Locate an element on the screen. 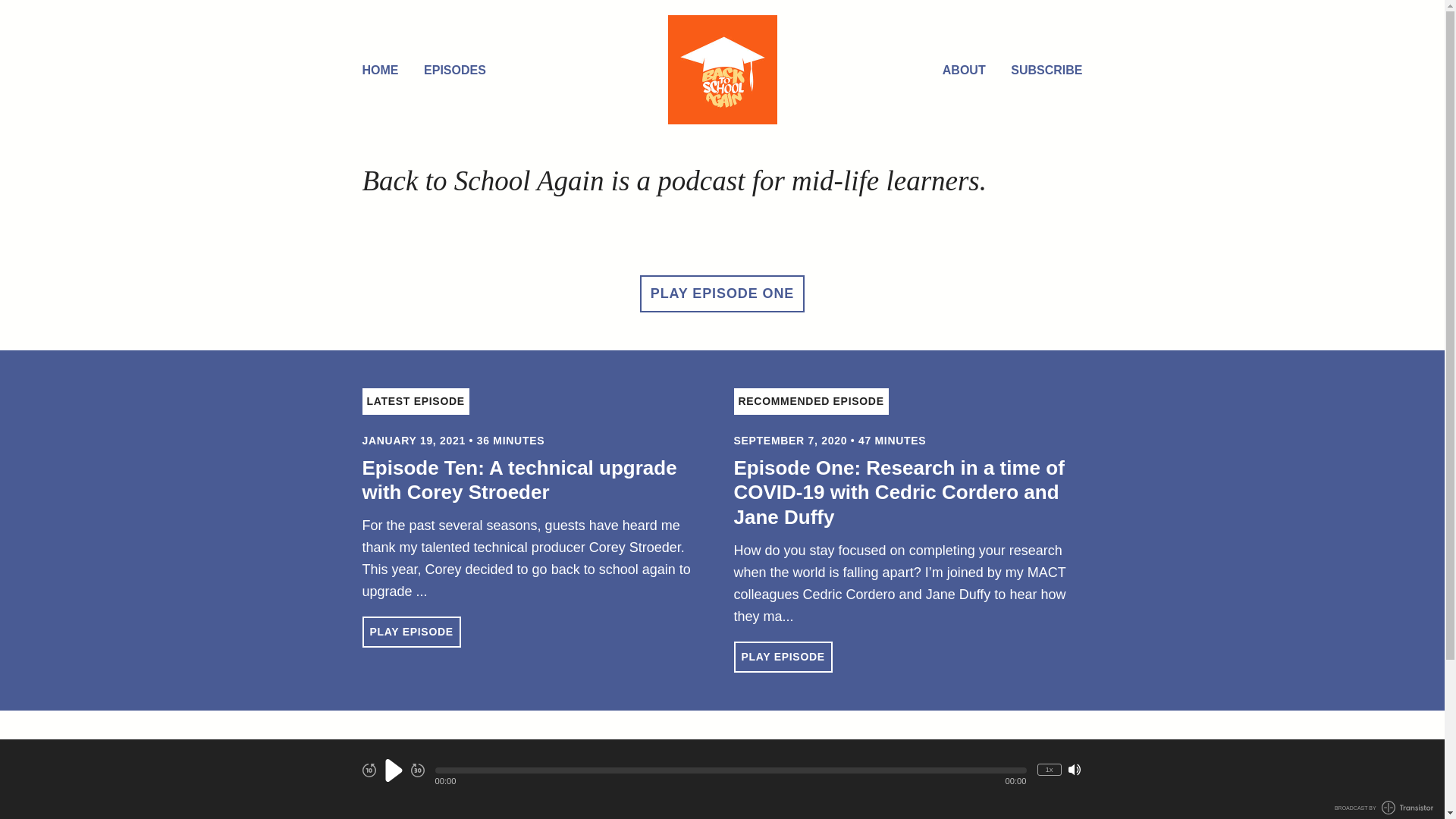  'EPISODES' is located at coordinates (454, 71).